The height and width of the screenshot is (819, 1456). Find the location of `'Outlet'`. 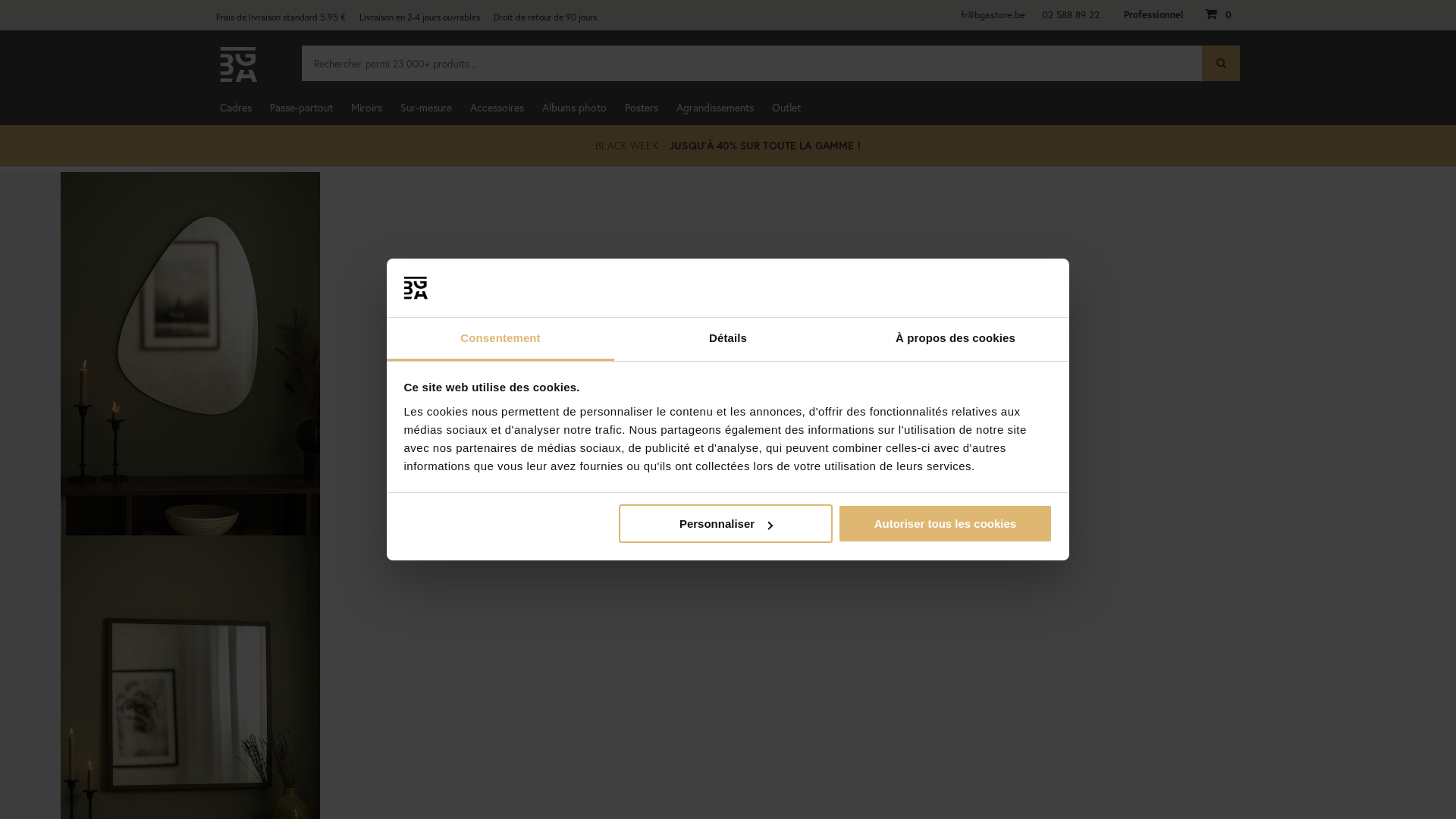

'Outlet' is located at coordinates (786, 106).